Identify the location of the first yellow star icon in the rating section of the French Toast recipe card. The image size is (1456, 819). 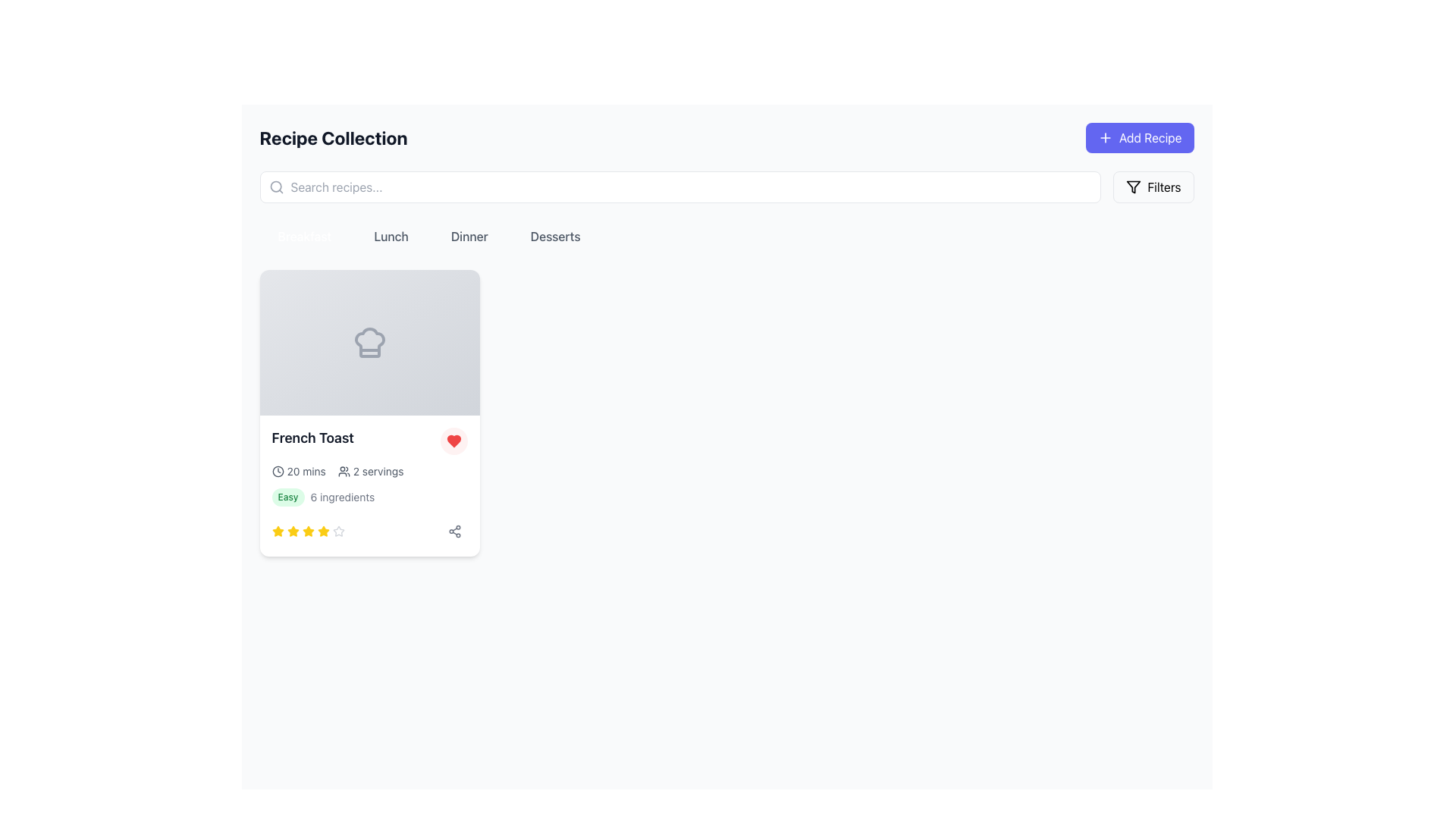
(278, 531).